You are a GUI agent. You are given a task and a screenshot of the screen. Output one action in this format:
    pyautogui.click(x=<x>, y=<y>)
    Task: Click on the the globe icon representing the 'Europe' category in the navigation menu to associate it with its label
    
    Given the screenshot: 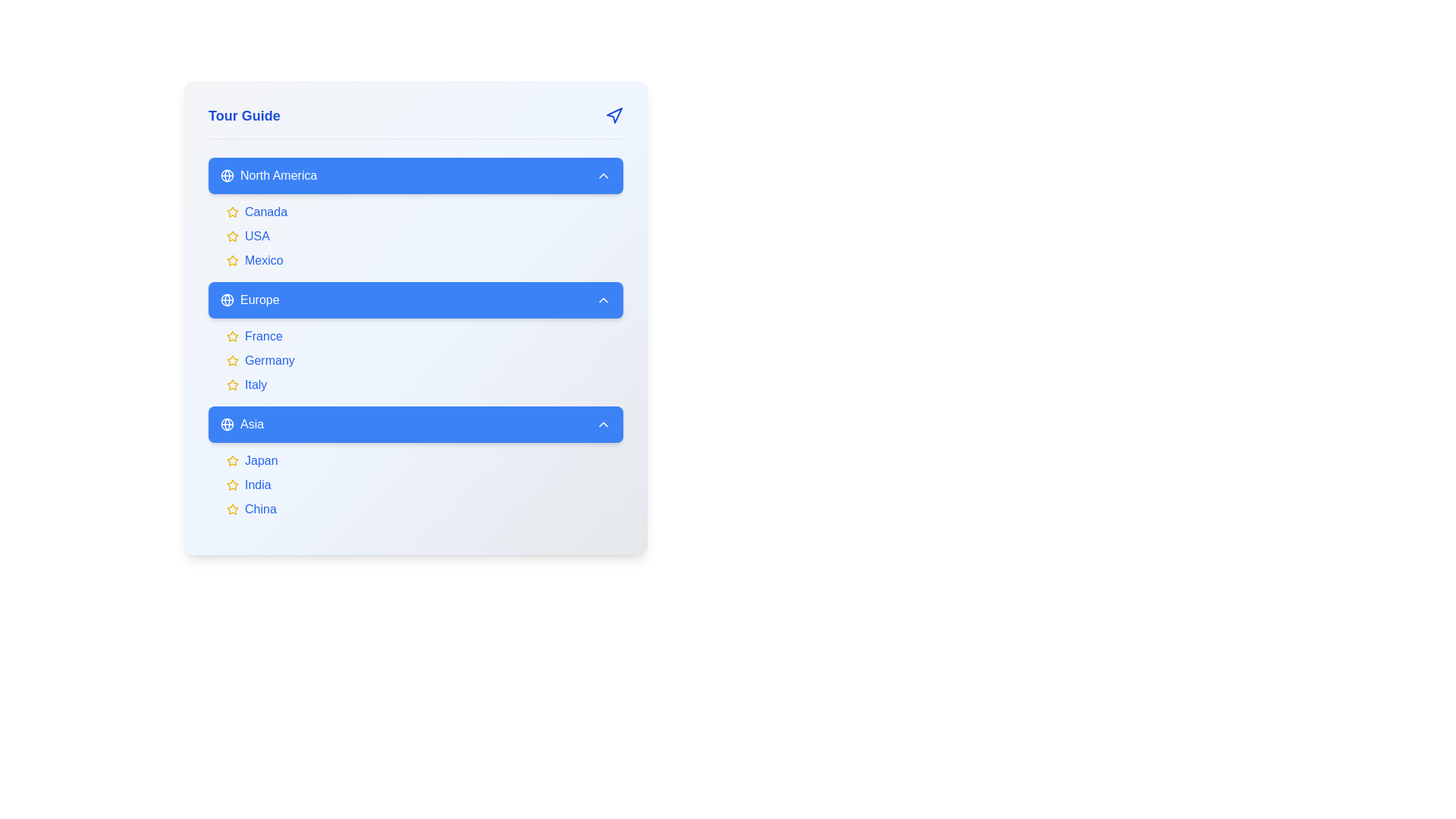 What is the action you would take?
    pyautogui.click(x=226, y=300)
    